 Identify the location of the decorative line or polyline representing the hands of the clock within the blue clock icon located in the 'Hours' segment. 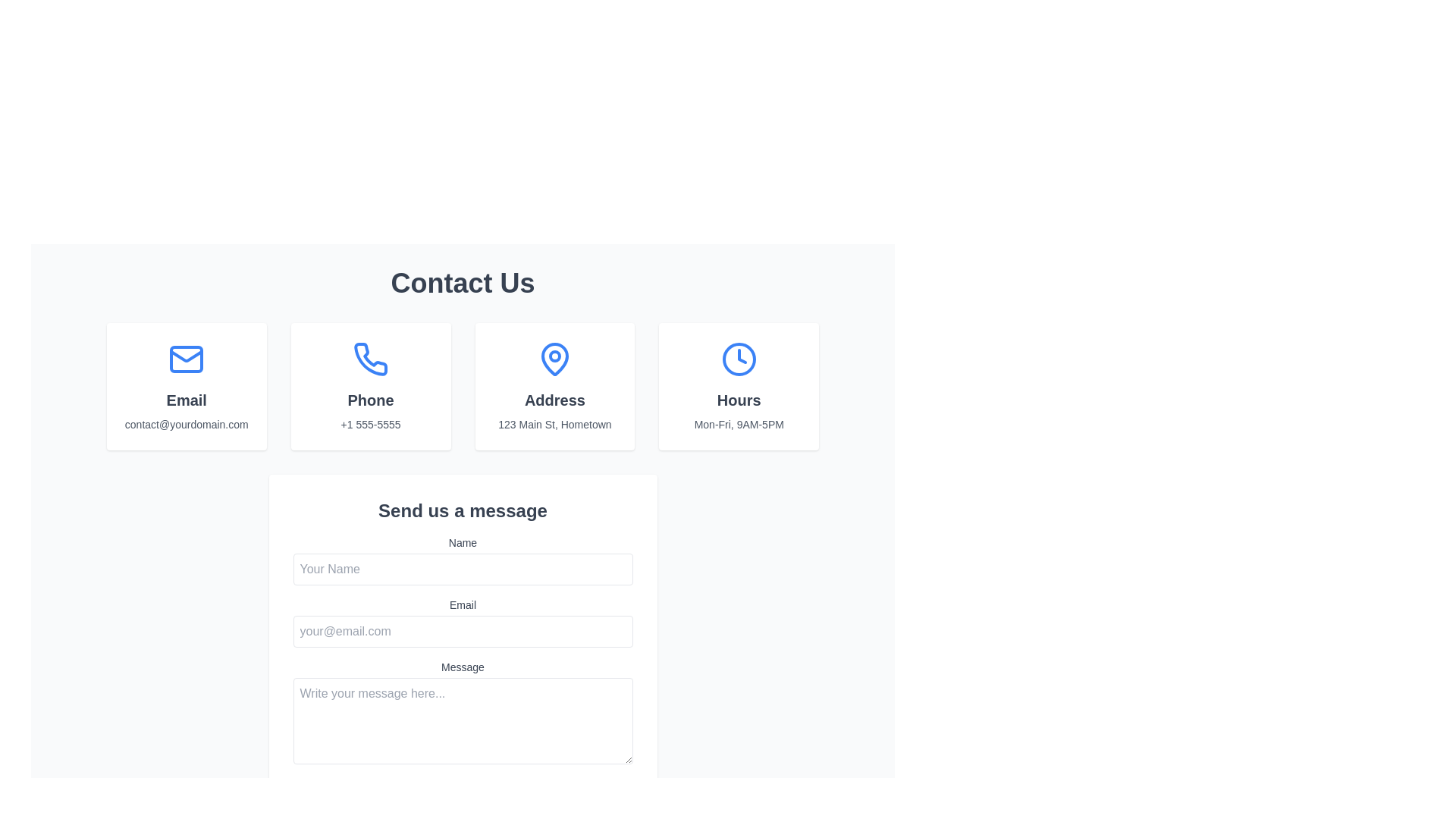
(742, 356).